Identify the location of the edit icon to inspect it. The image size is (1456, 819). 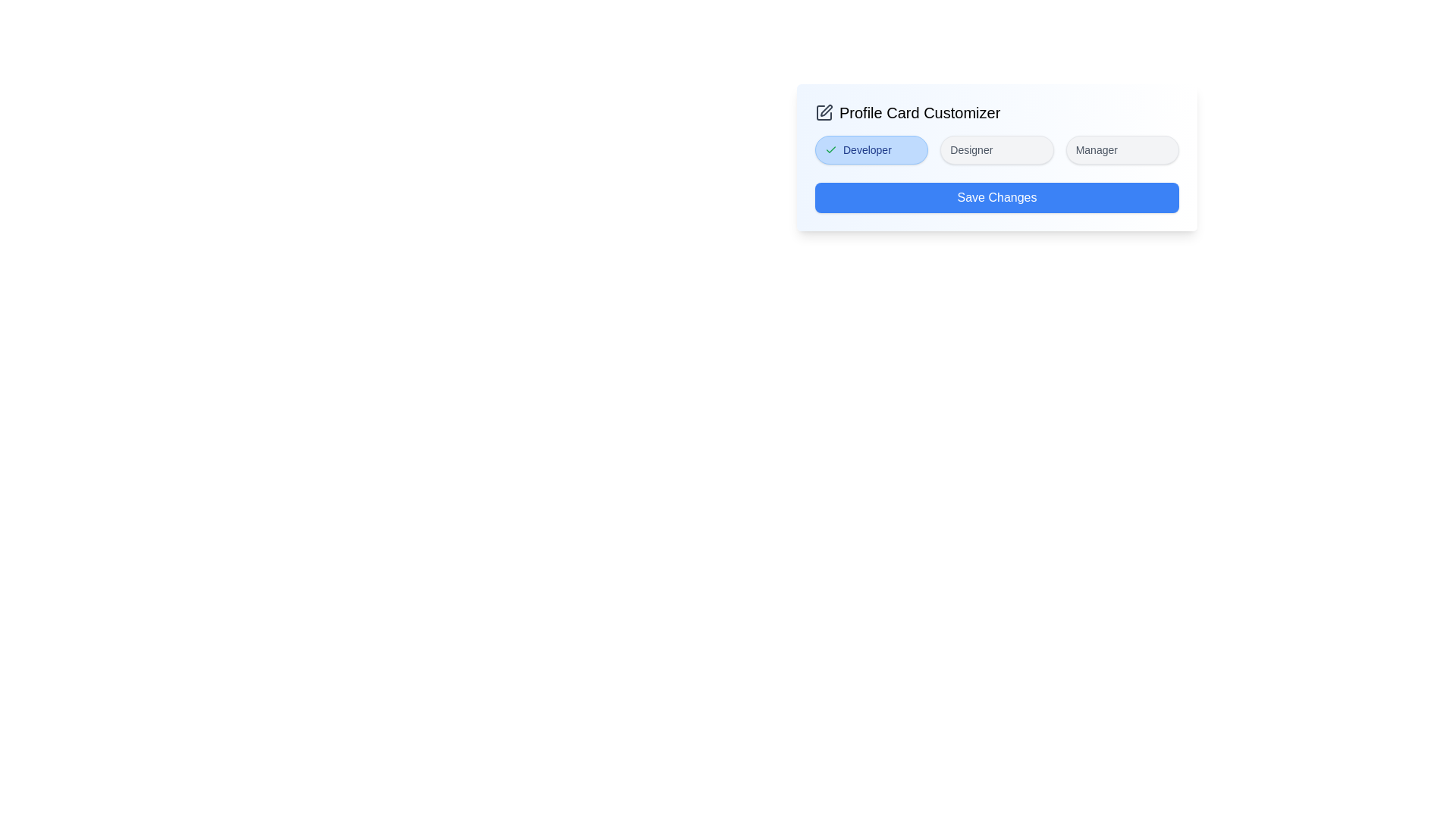
(823, 112).